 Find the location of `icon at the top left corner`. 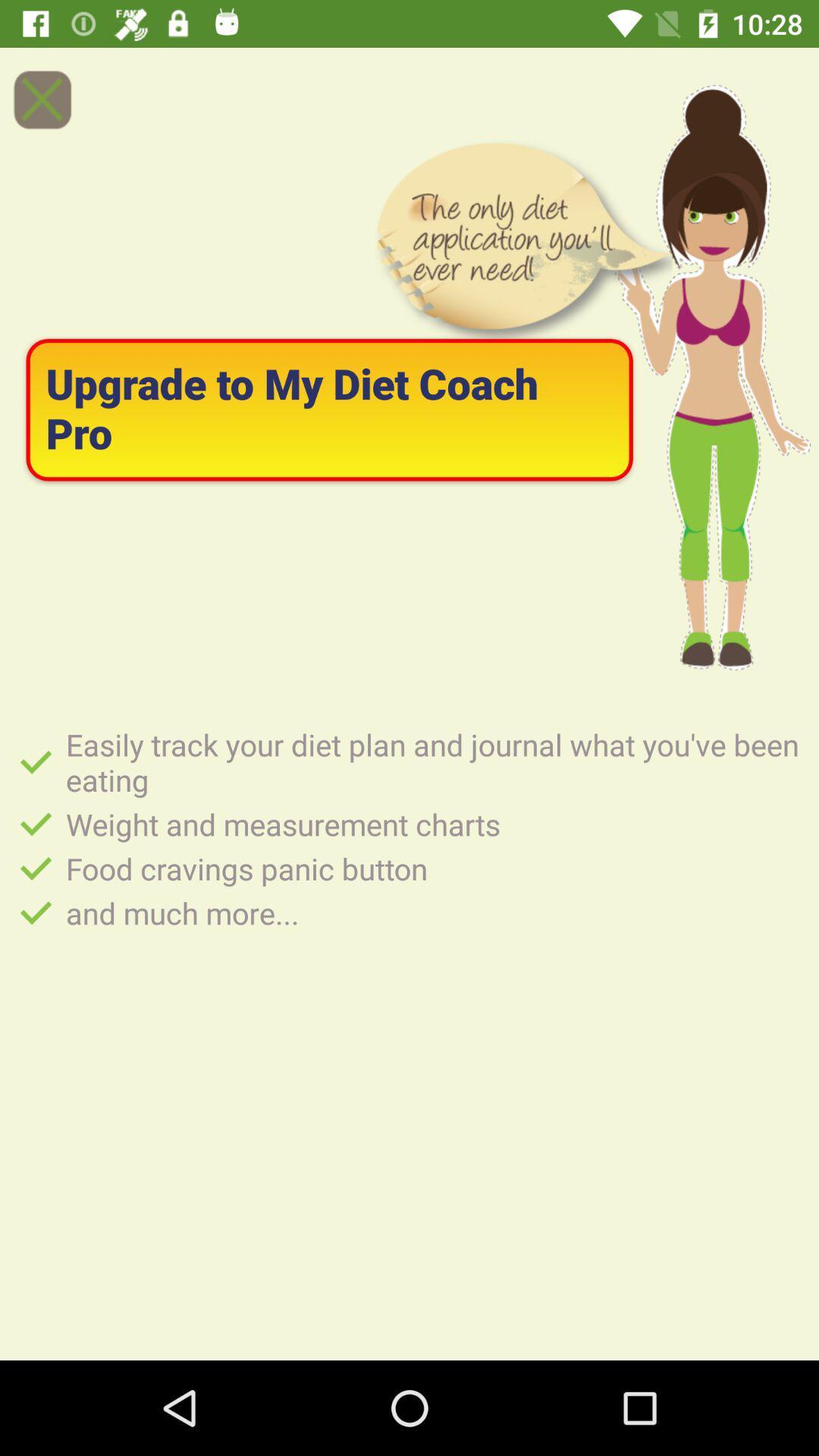

icon at the top left corner is located at coordinates (41, 99).